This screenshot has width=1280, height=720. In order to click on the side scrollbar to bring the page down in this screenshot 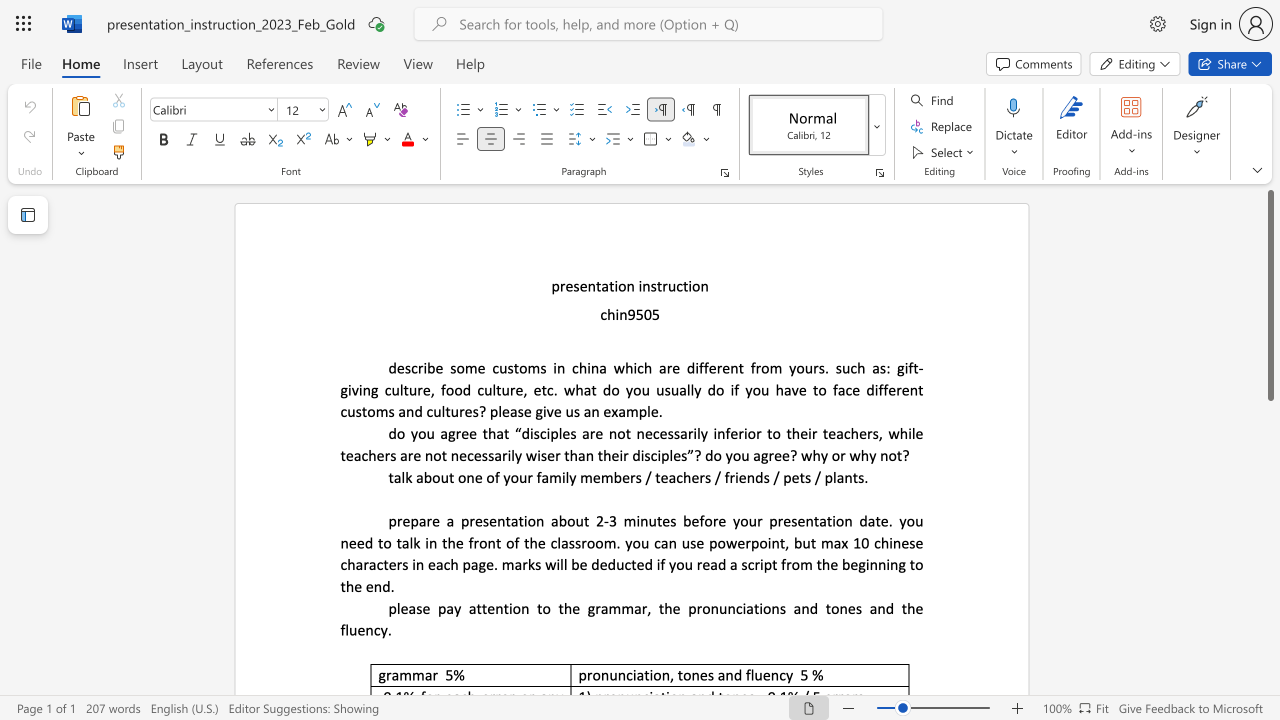, I will do `click(1269, 490)`.